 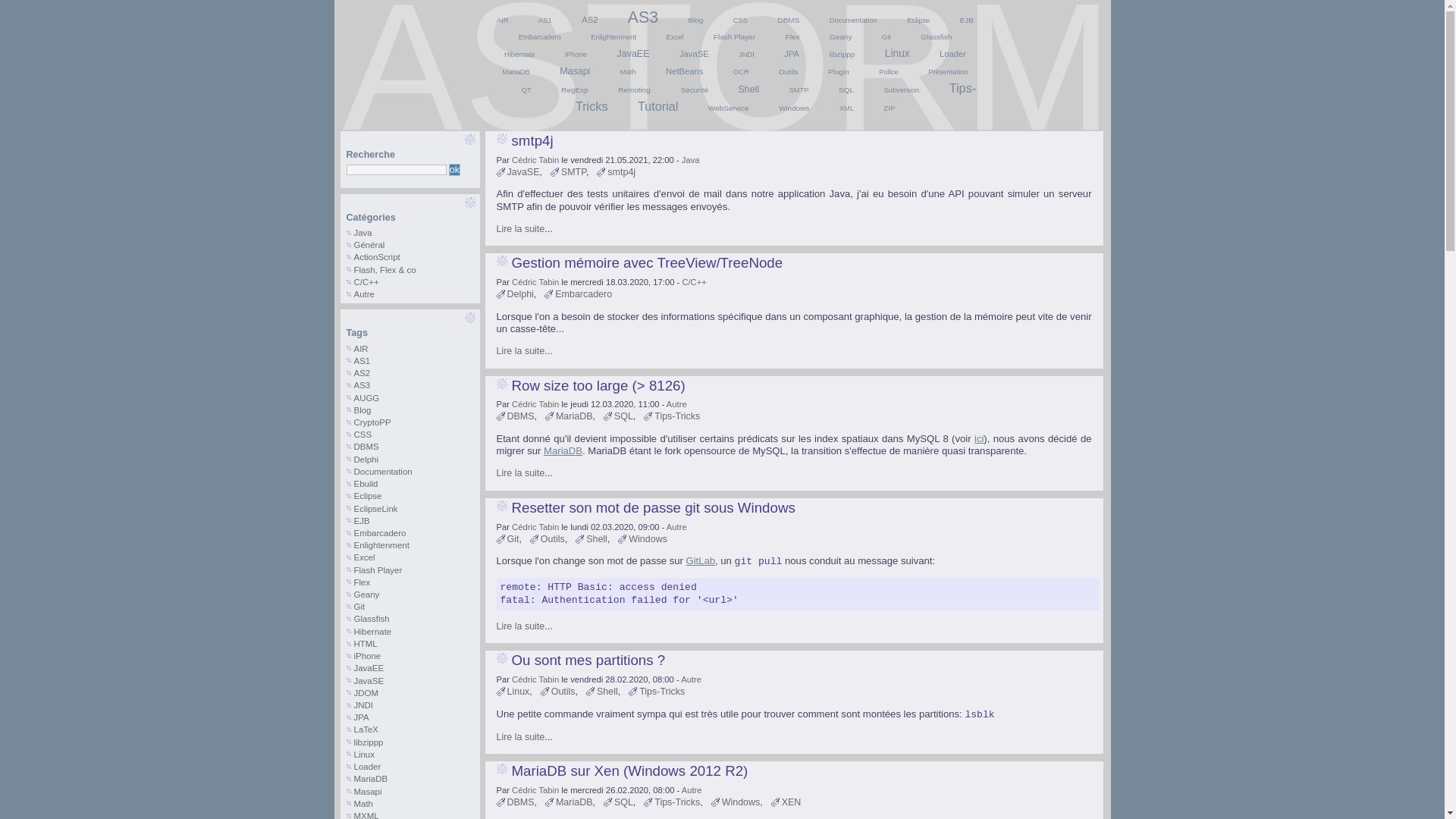 What do you see at coordinates (901, 90) in the screenshot?
I see `'Subversion'` at bounding box center [901, 90].